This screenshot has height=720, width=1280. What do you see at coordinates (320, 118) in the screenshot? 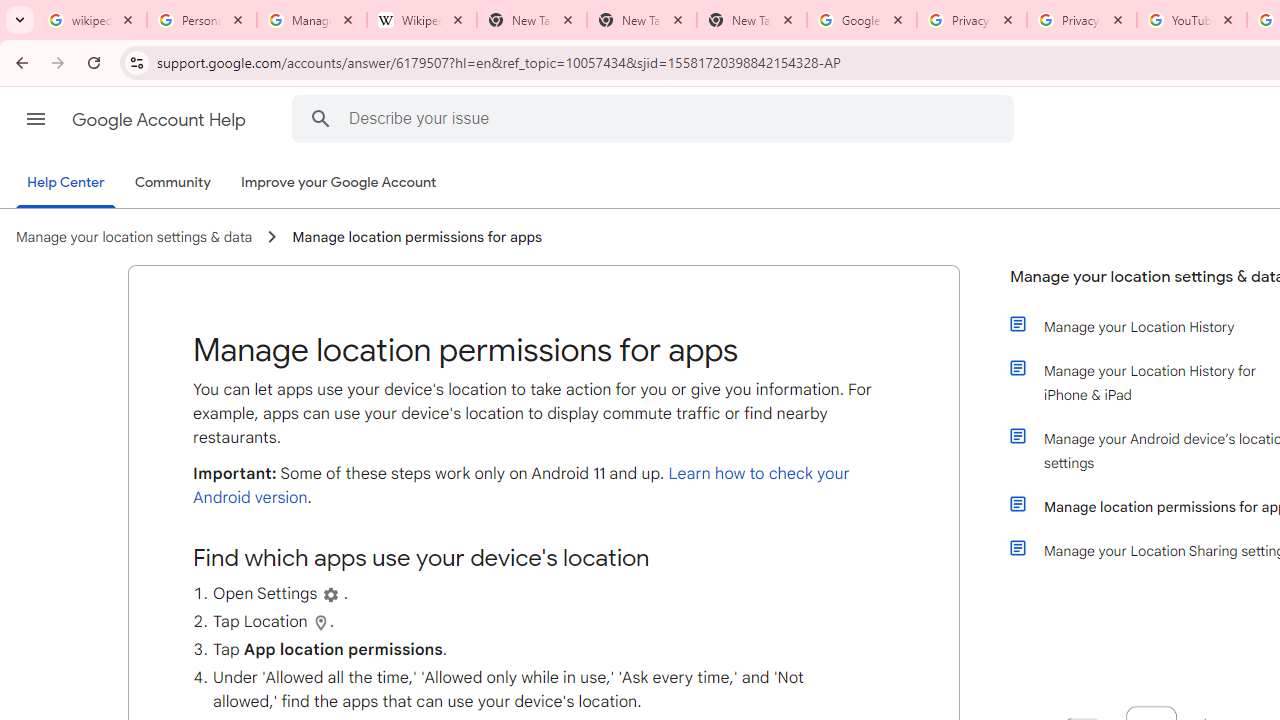
I see `'Search Help Center'` at bounding box center [320, 118].